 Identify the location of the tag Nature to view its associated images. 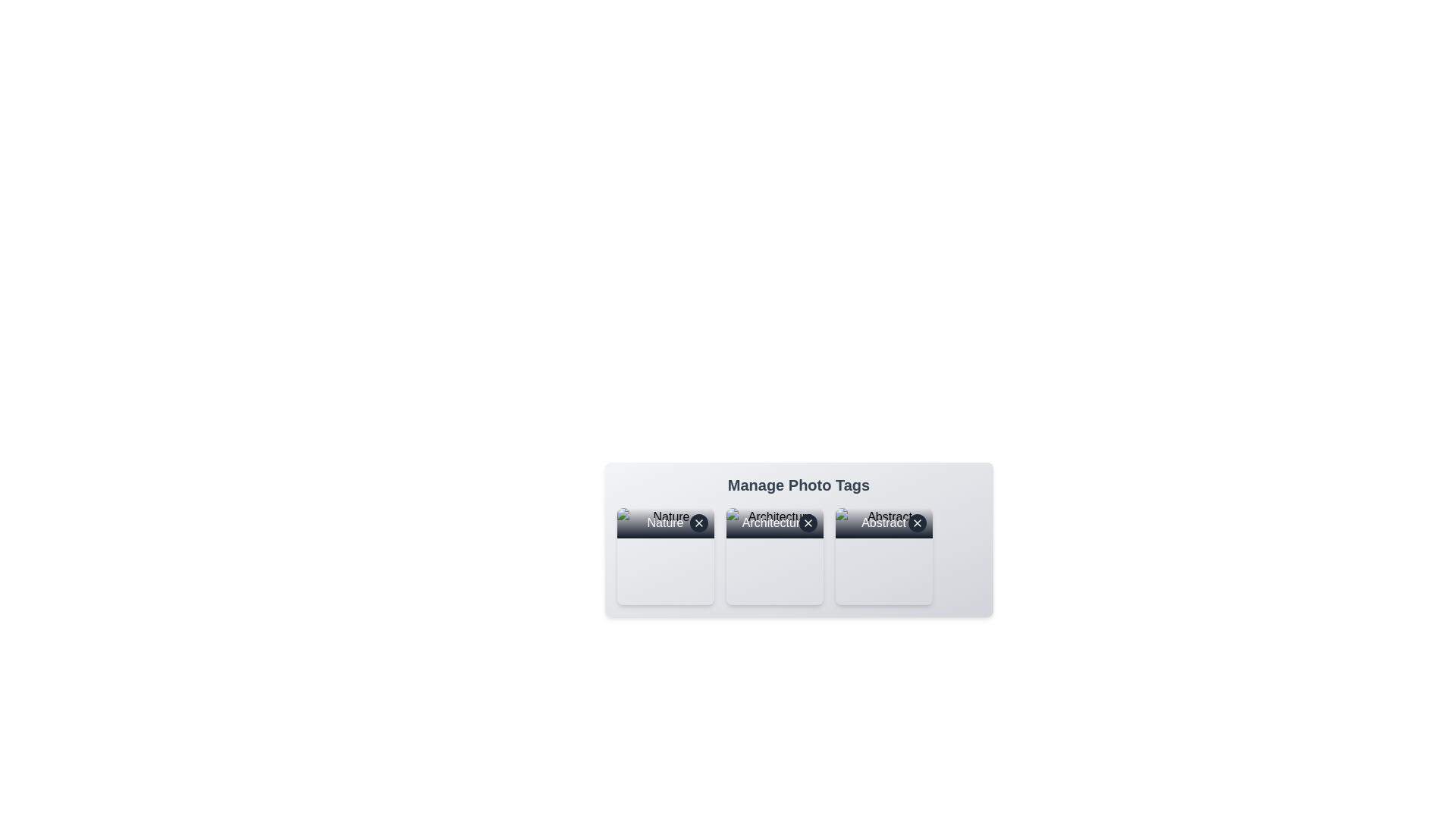
(665, 556).